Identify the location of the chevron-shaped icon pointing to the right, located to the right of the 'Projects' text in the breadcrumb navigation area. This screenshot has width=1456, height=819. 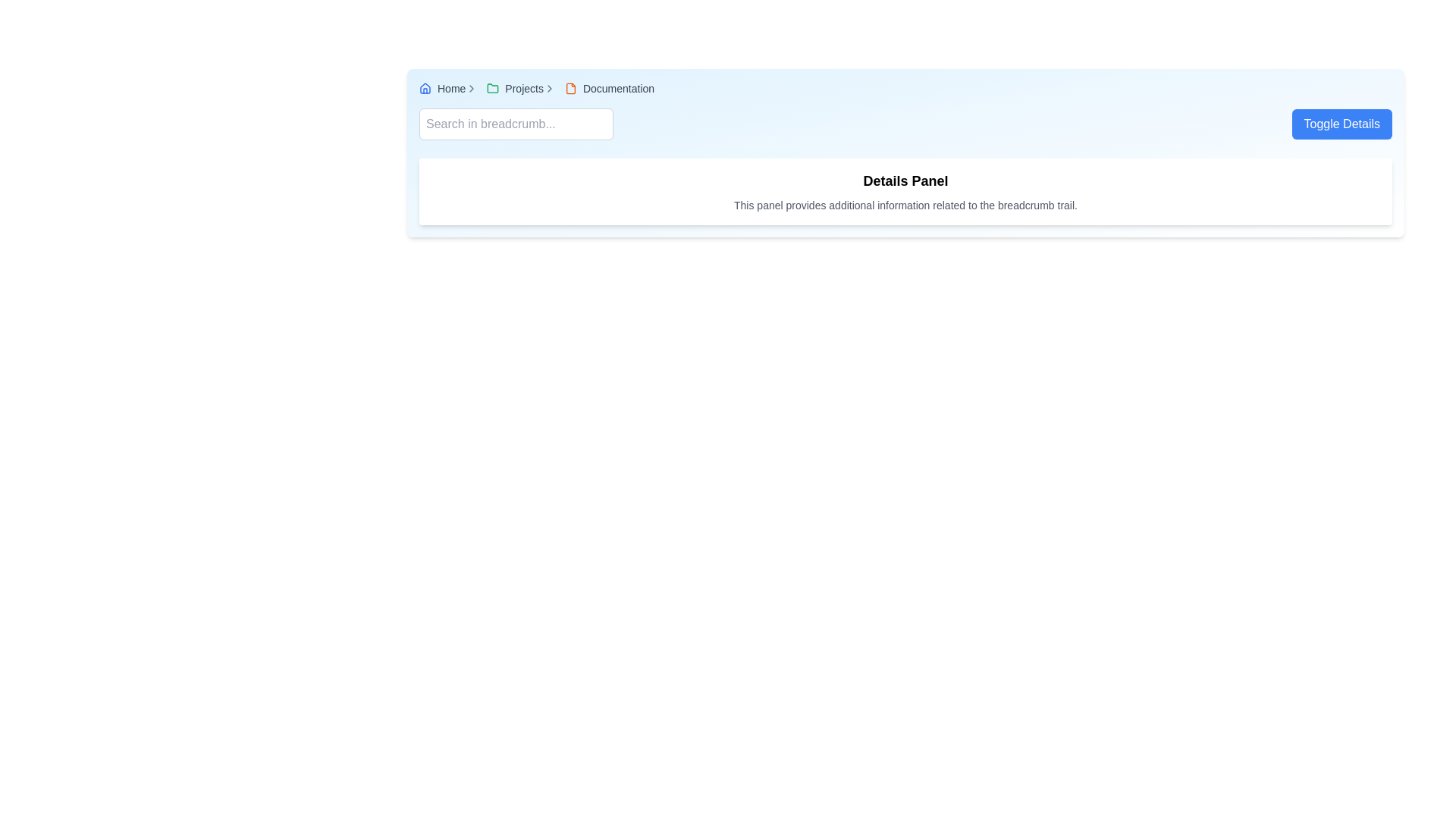
(548, 88).